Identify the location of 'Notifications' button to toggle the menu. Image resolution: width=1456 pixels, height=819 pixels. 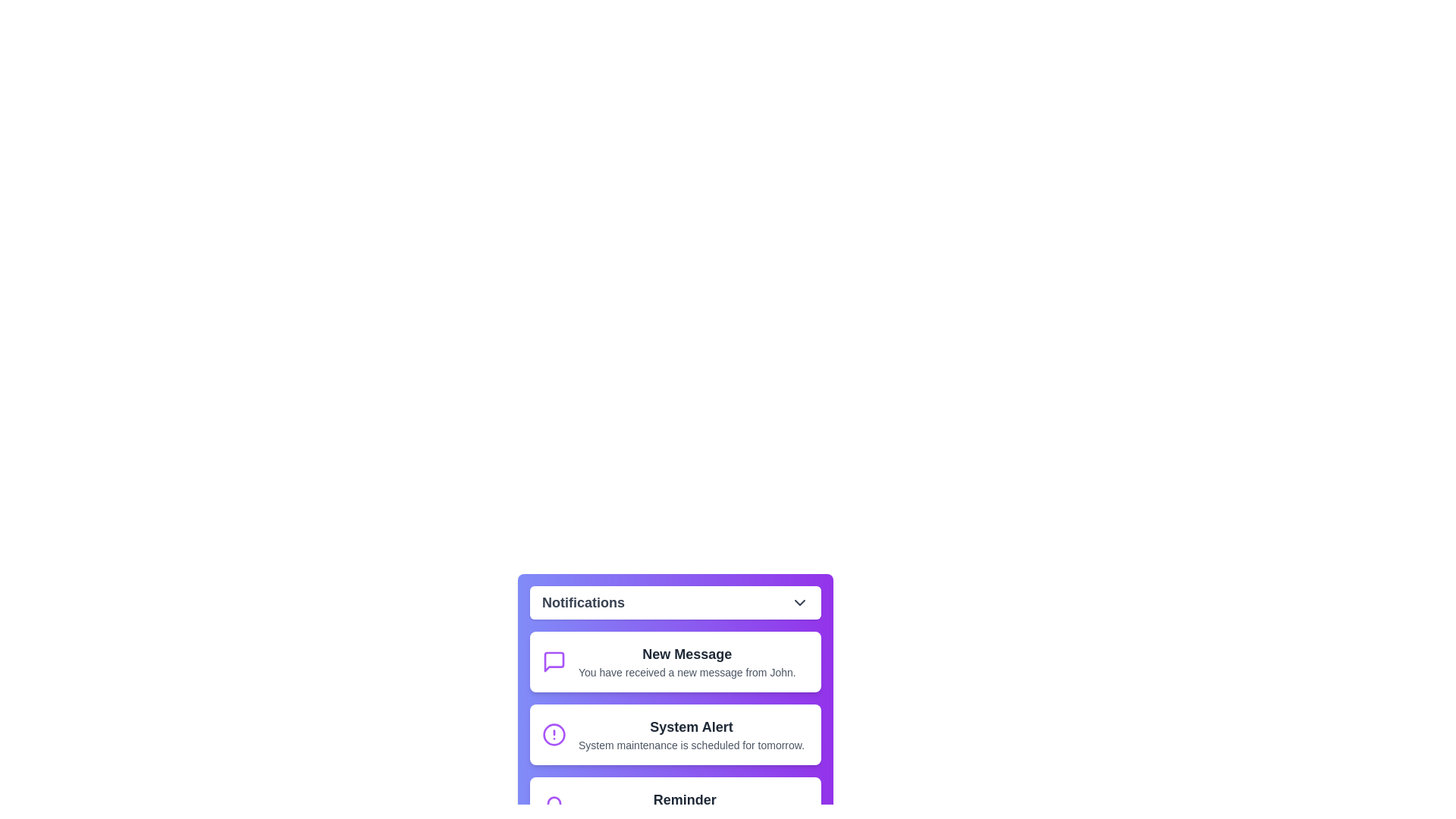
(675, 601).